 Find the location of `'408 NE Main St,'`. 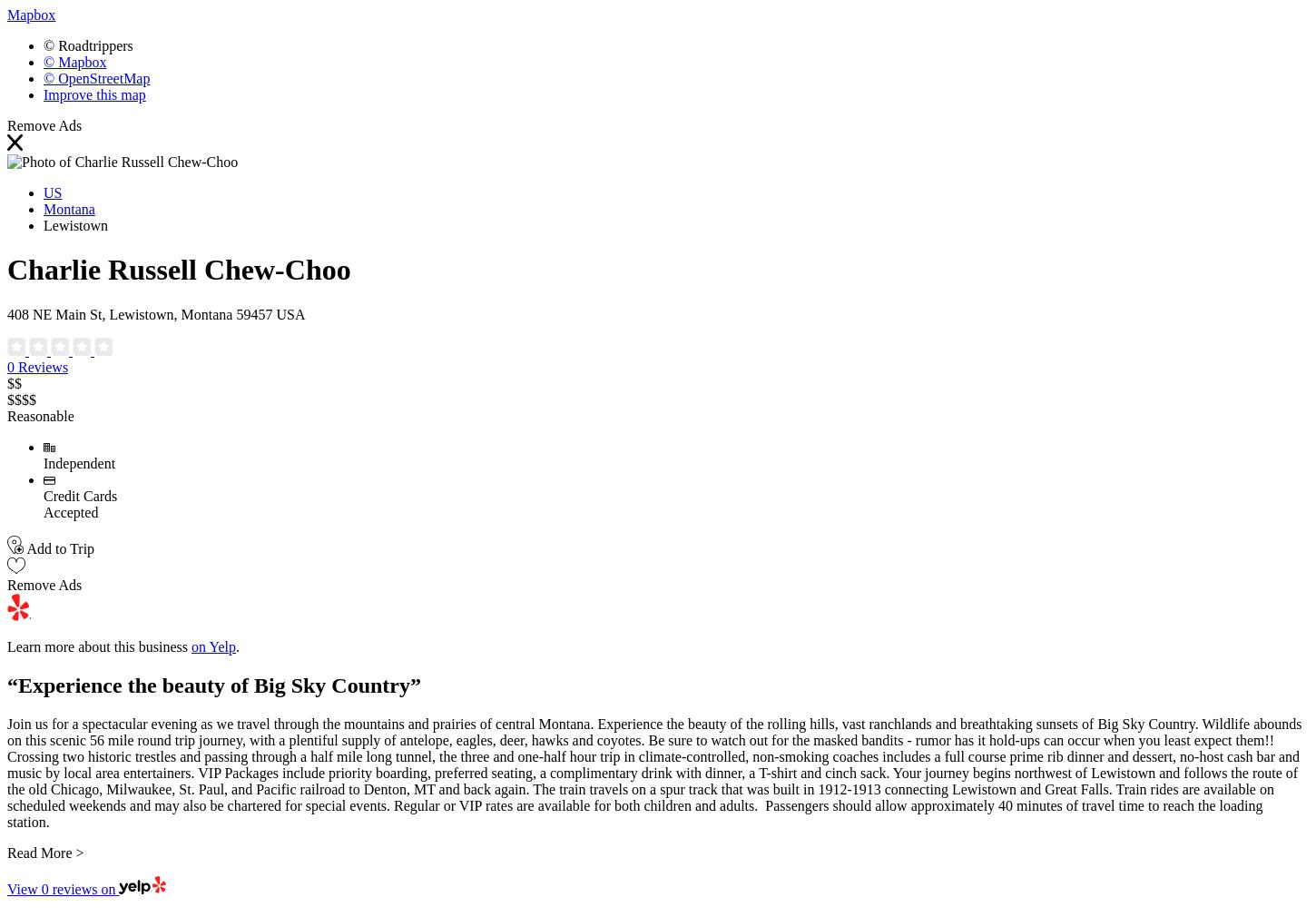

'408 NE Main St,' is located at coordinates (56, 313).